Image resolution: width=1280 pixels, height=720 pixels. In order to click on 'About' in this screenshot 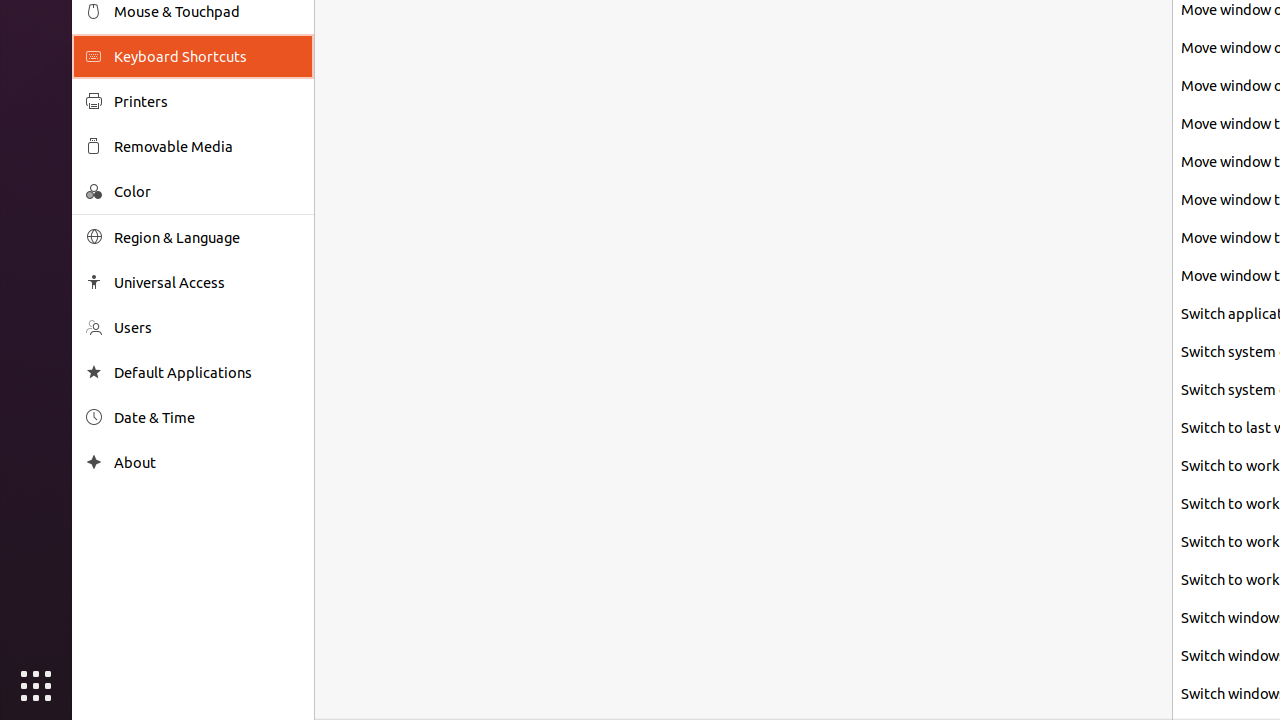, I will do `click(206, 462)`.